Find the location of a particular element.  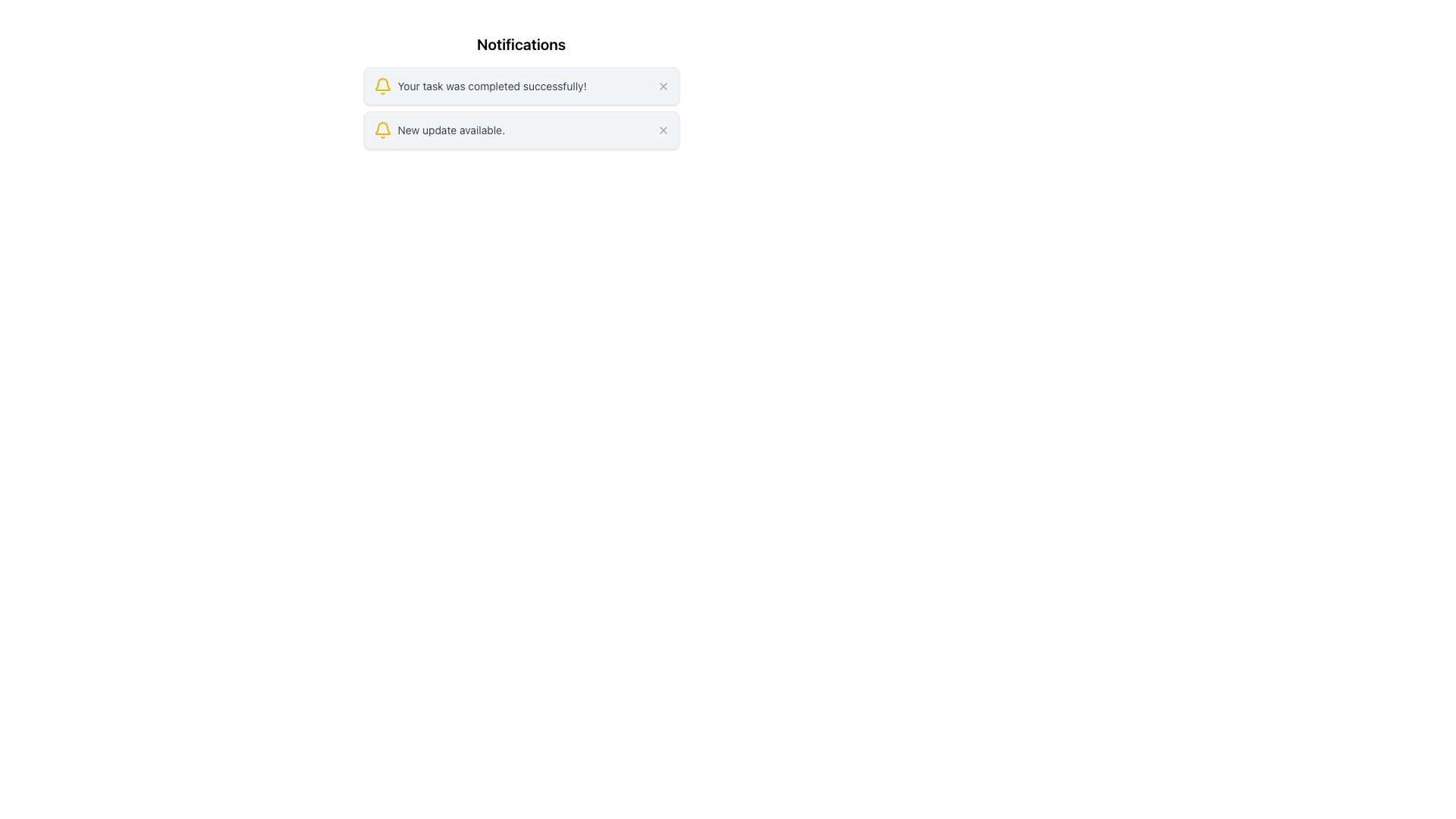

the small gray 'X' icon button located at the top-right corner of the notification message box to change its color to red is located at coordinates (663, 86).